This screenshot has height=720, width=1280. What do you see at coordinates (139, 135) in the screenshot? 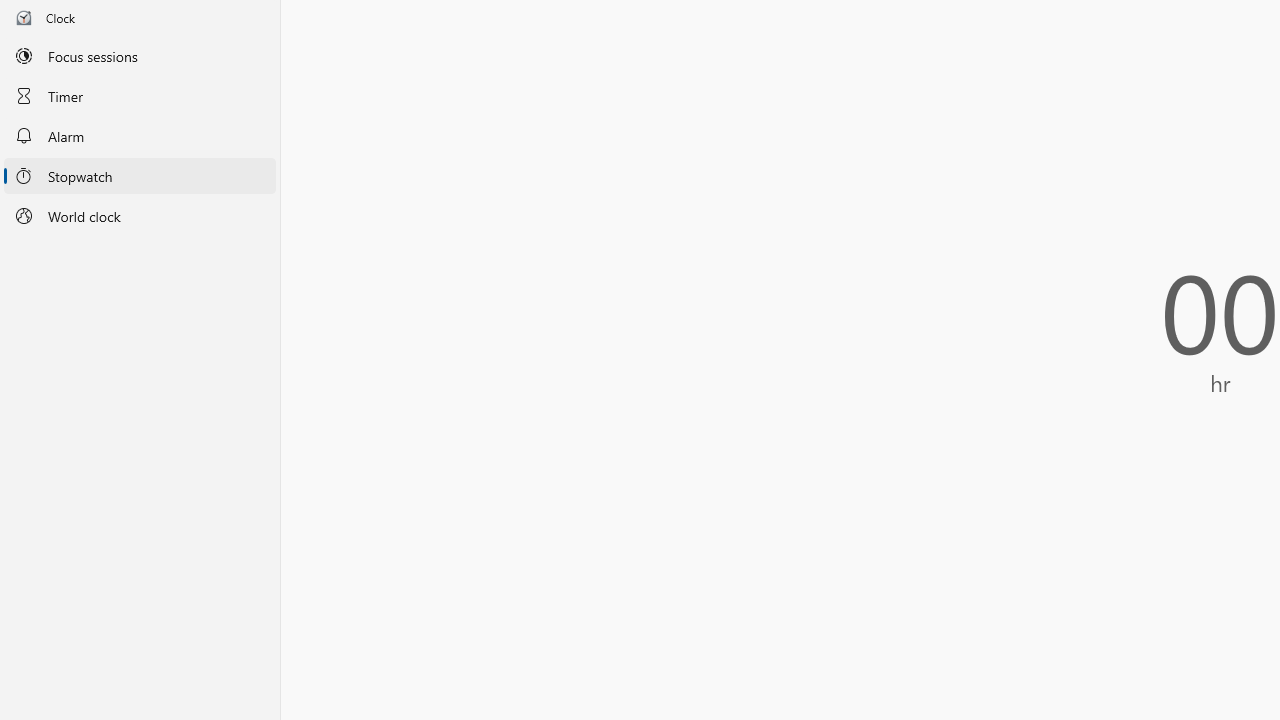
I see `'Alarm'` at bounding box center [139, 135].